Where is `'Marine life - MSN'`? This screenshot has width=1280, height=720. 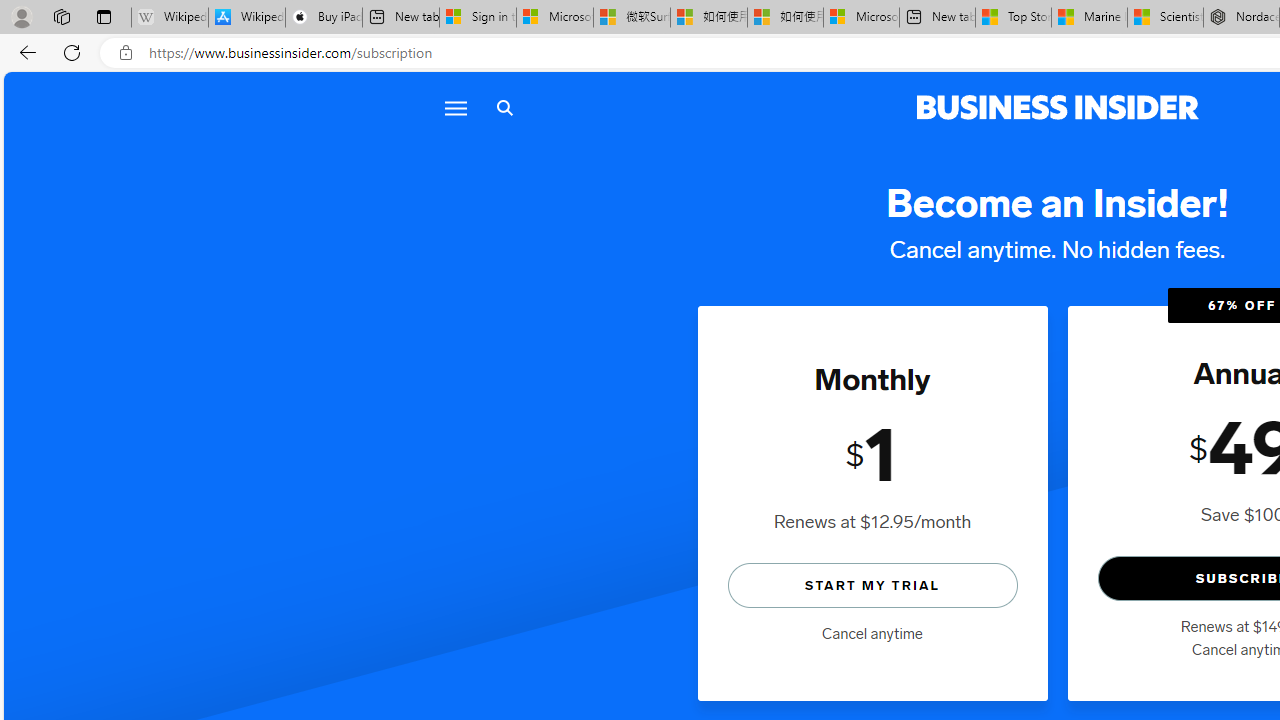
'Marine life - MSN' is located at coordinates (1088, 17).